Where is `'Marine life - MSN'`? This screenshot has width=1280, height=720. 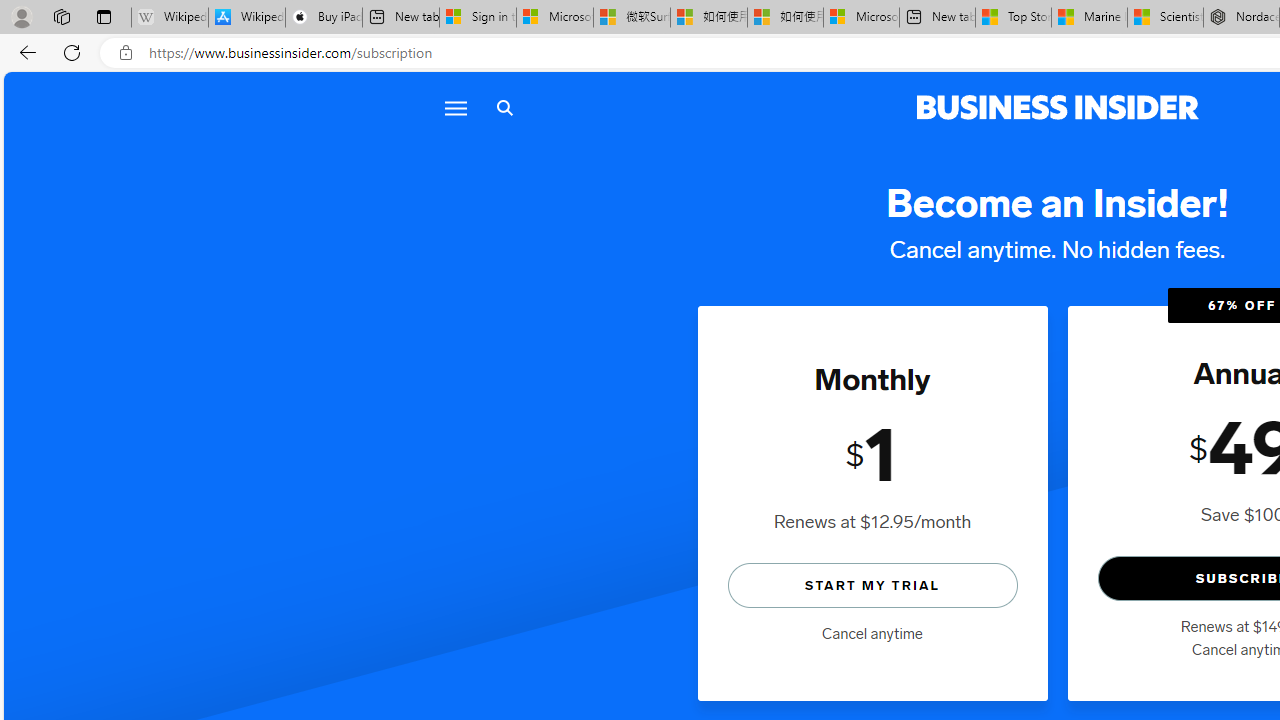
'Marine life - MSN' is located at coordinates (1088, 17).